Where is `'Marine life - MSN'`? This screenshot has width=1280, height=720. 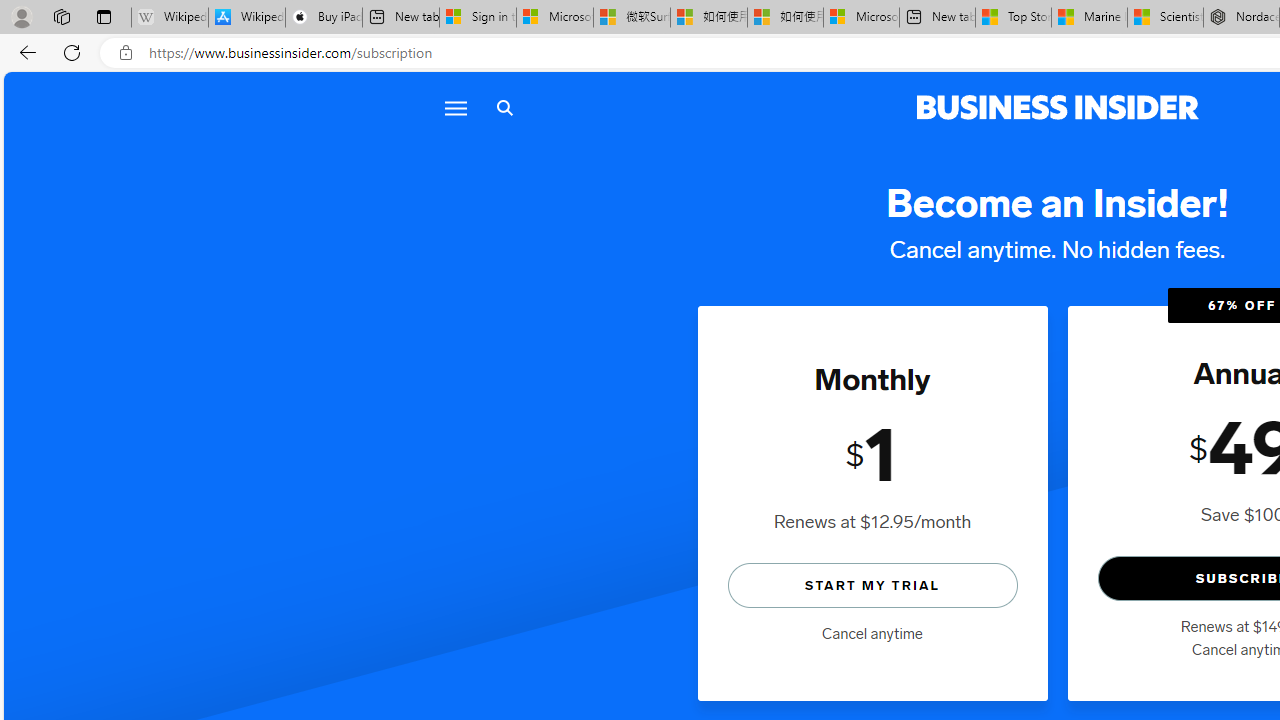
'Marine life - MSN' is located at coordinates (1088, 17).